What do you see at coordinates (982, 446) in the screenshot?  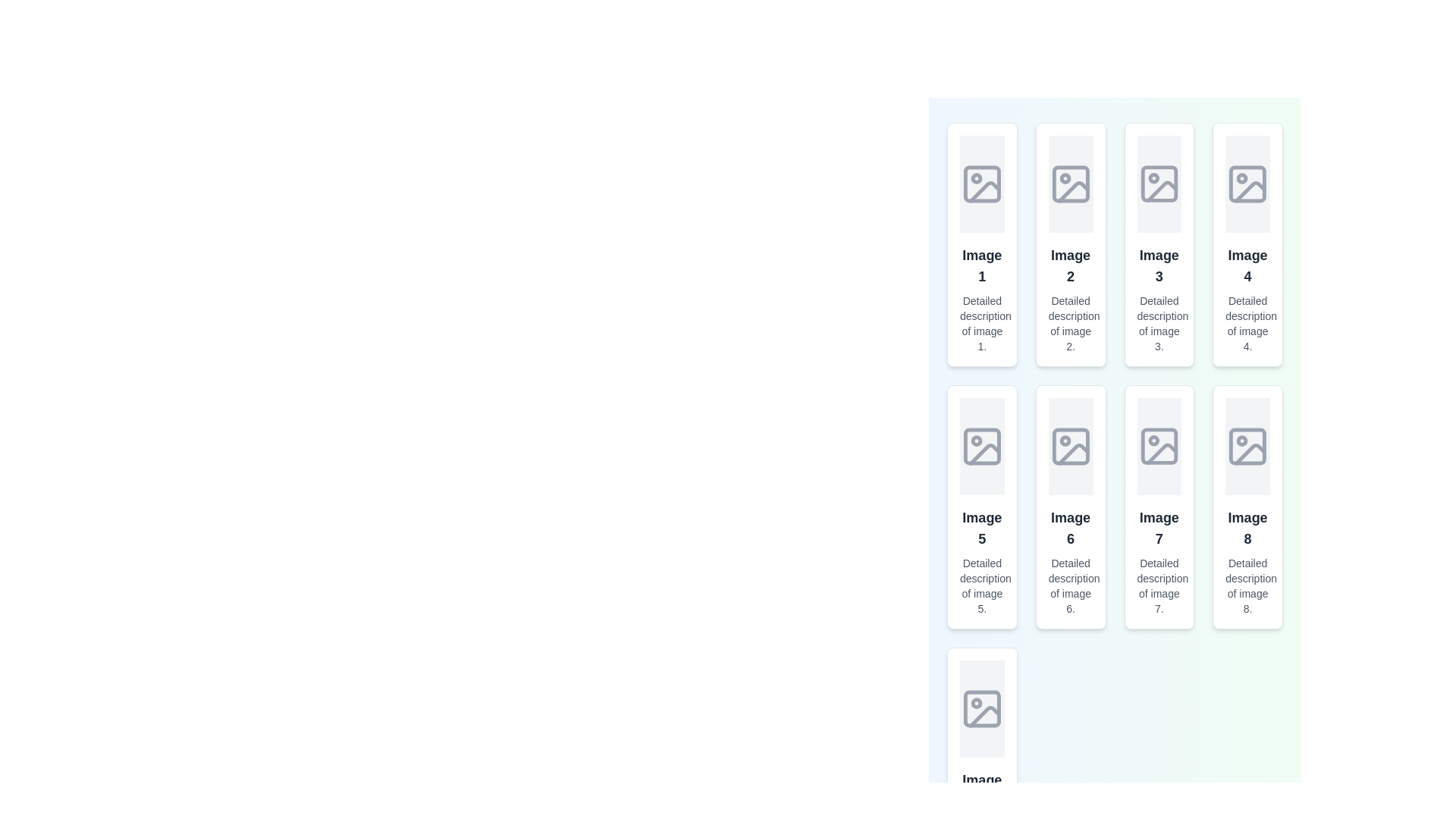 I see `image placeholder icon located in the first column and fifth row of the interface, which visually indicates the presence of an image placeholder` at bounding box center [982, 446].